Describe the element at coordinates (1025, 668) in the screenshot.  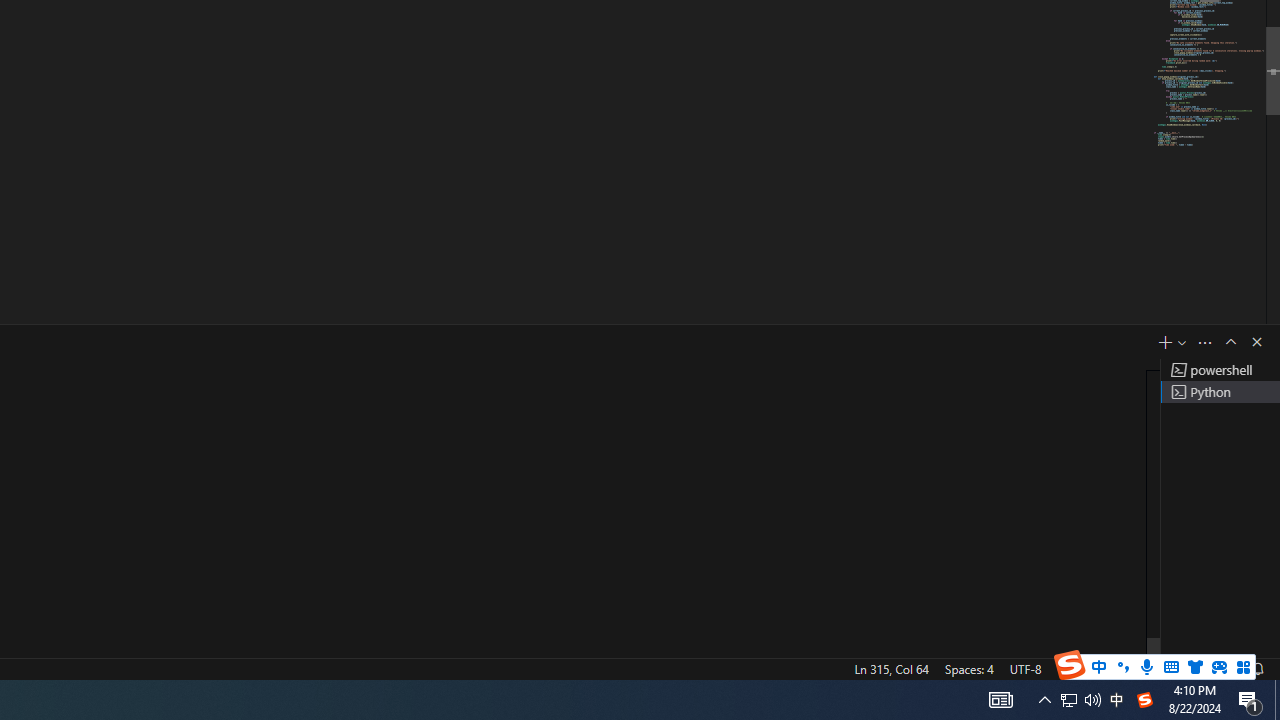
I see `'UTF-8'` at that location.